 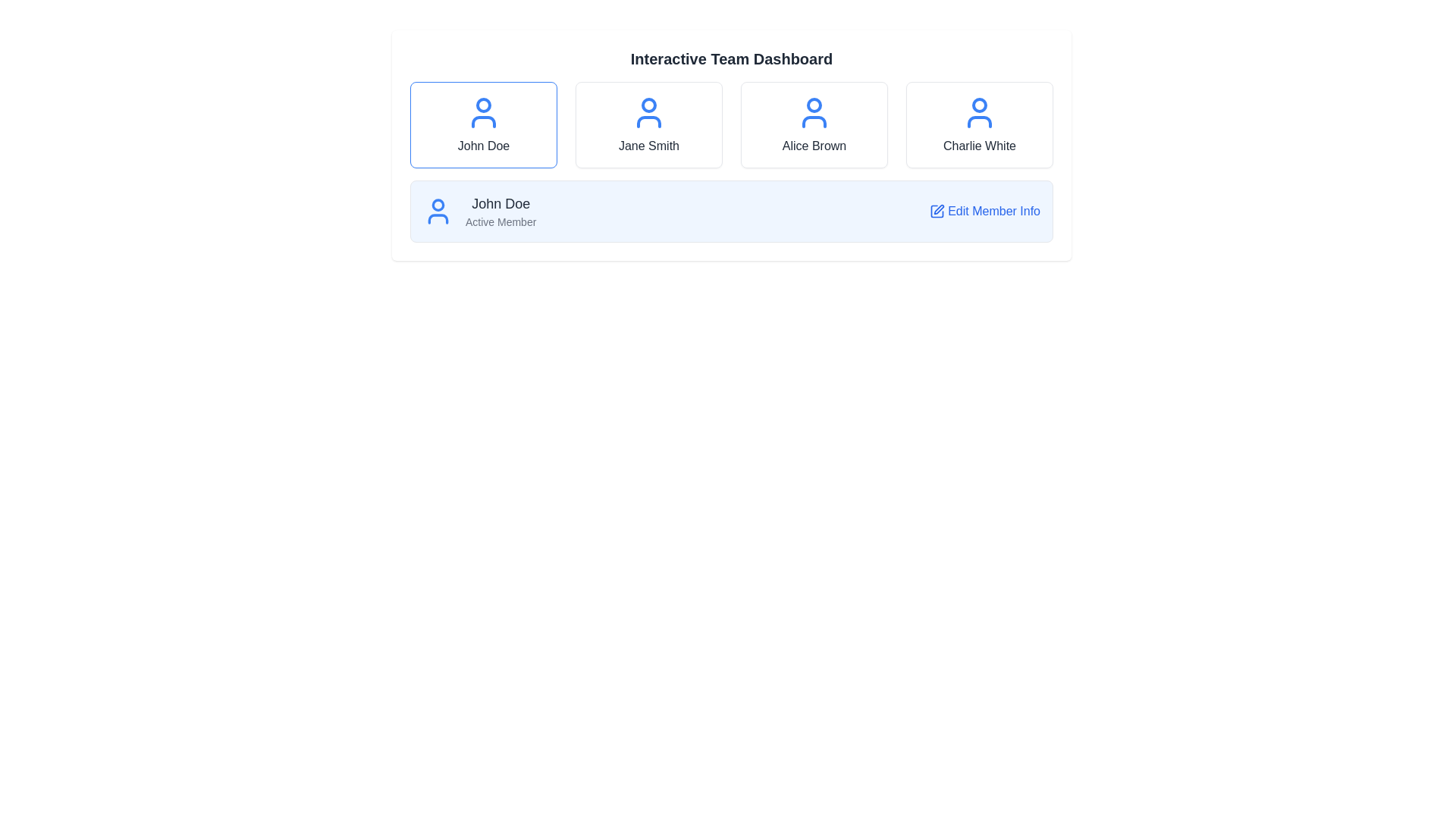 I want to click on the SVG graphic representing the user avatar for 'Jane Smith' located in the interactive team section, so click(x=648, y=112).